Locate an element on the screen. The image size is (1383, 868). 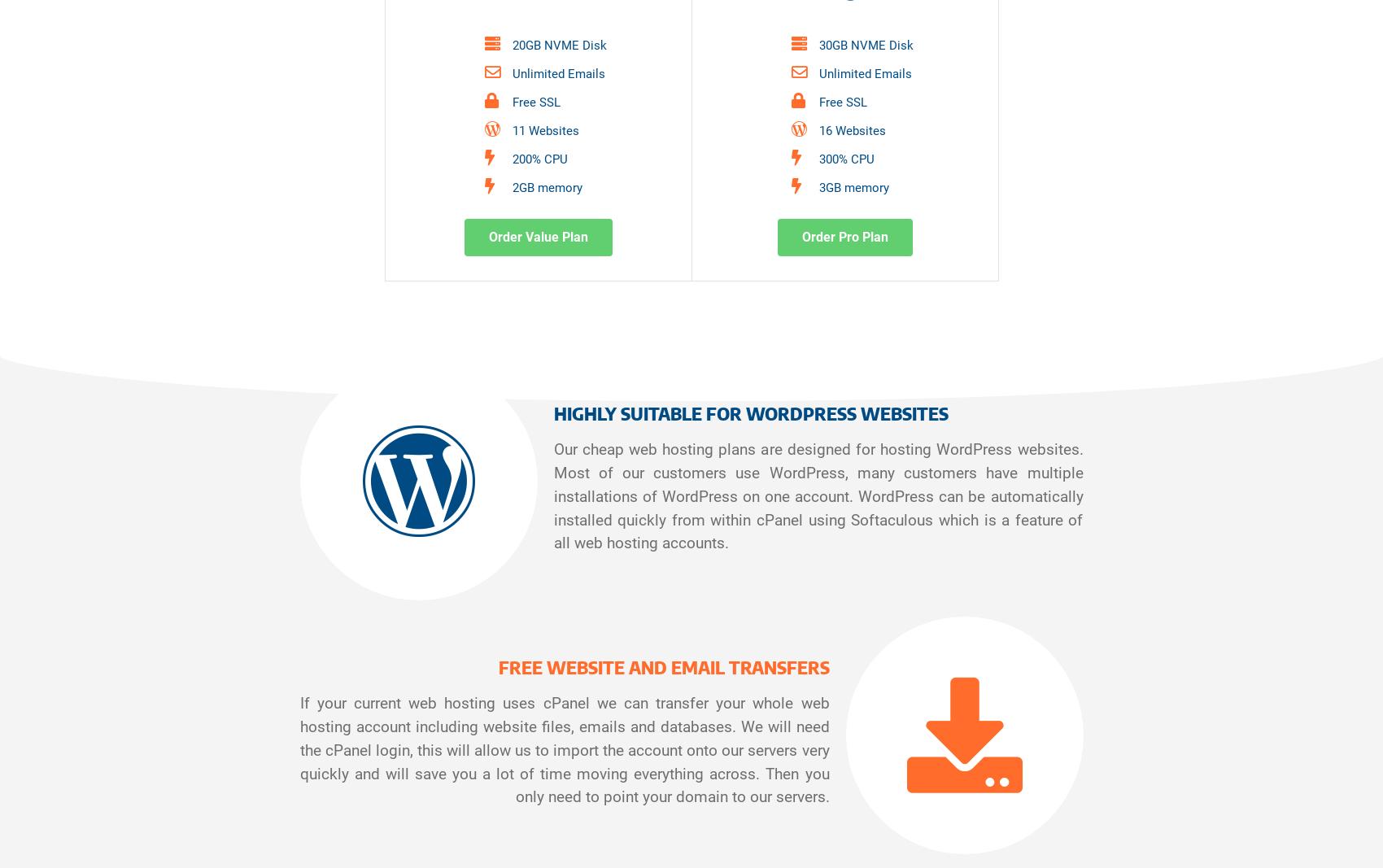
'Our cheap web hosting plans are designed for hosting WordPress websites. Most of our customers use WordPress, many customers have multiple installations of WordPress on one account. WordPress can be automatically installed quickly from within cPanel using Softaculous which is a feature of all web hosting accounts.' is located at coordinates (817, 496).